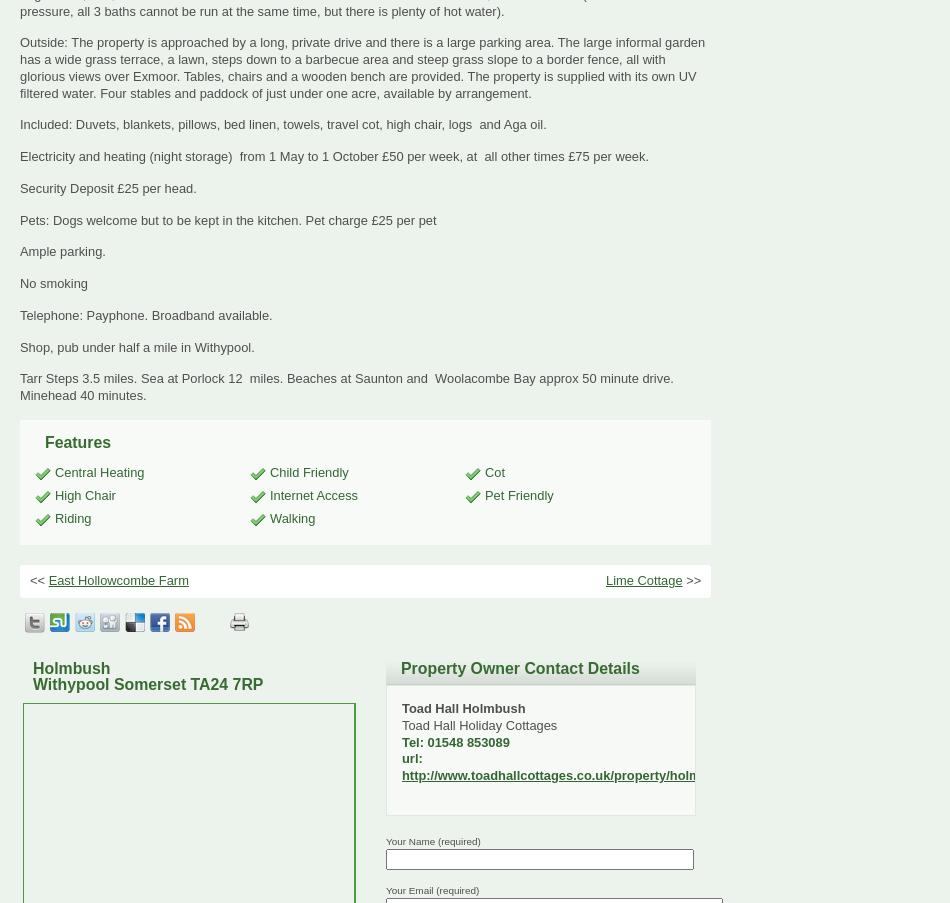  What do you see at coordinates (432, 840) in the screenshot?
I see `'Your Name (required)'` at bounding box center [432, 840].